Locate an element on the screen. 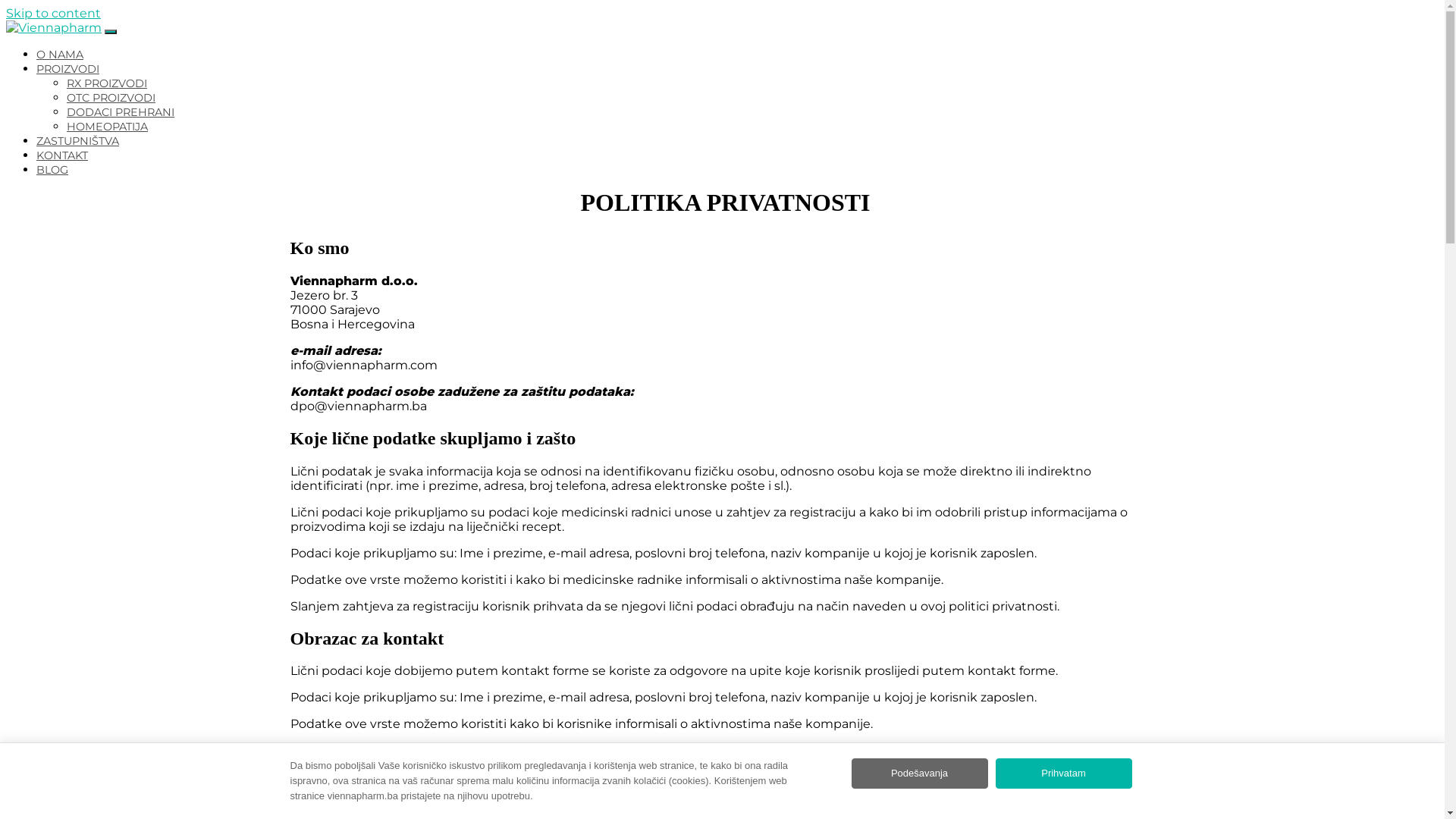 This screenshot has height=819, width=1456. 'BLOG' is located at coordinates (36, 169).